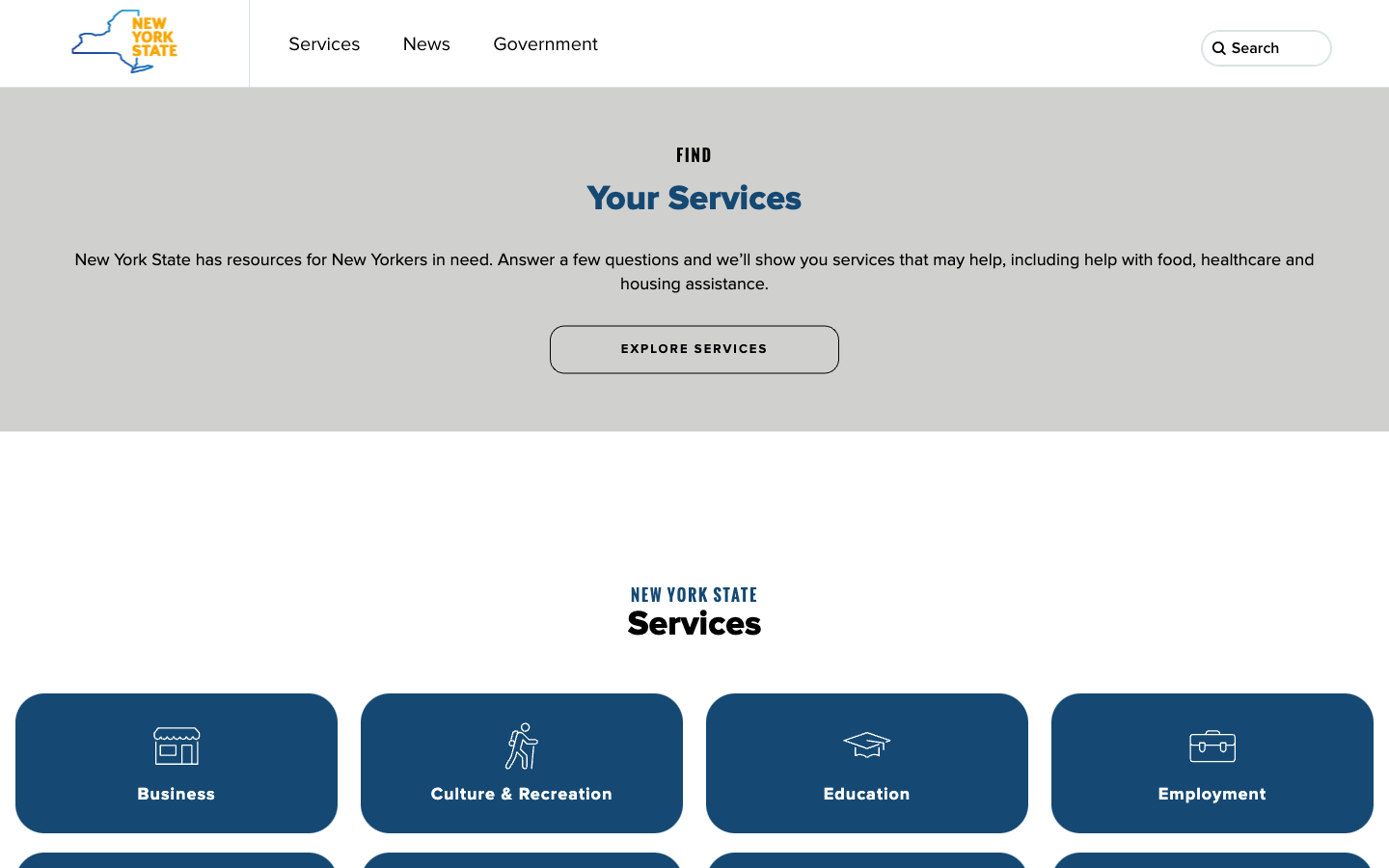 The width and height of the screenshot is (1389, 868). I want to click on Use the button on the top menu to go to the government site, so click(545, 42).